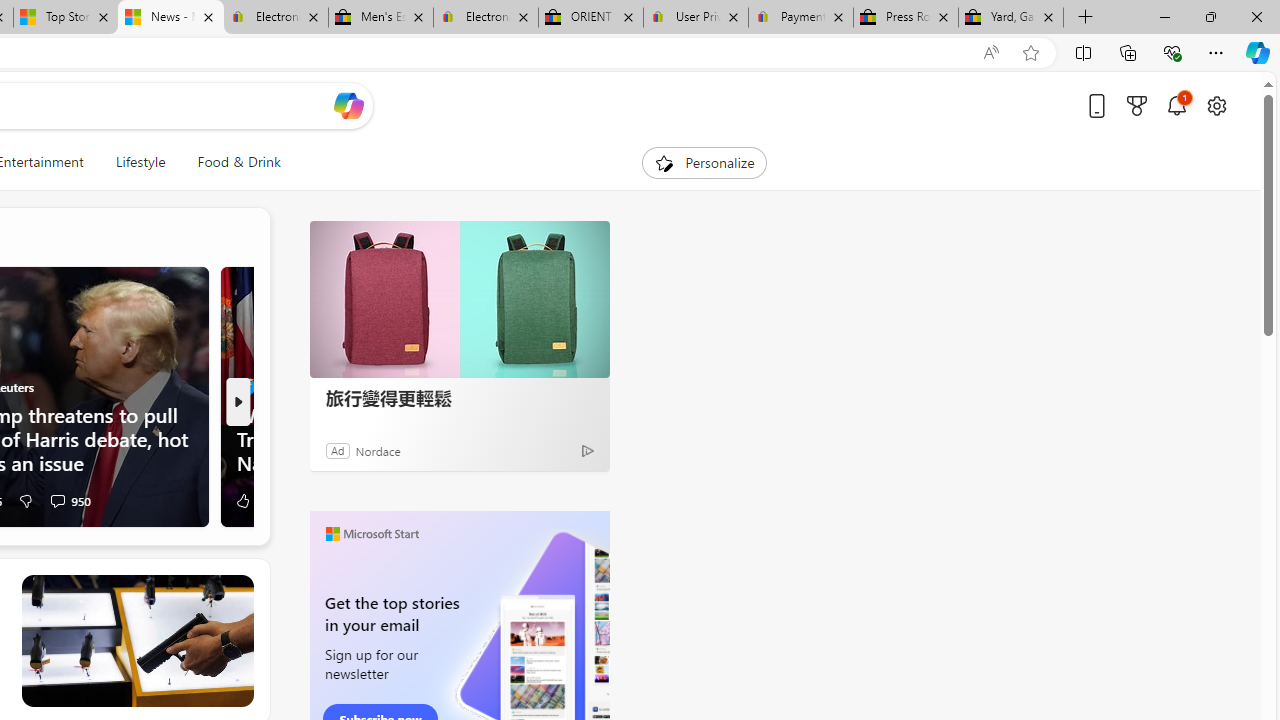  I want to click on 'Payments Terms of Use | eBay.com', so click(800, 17).